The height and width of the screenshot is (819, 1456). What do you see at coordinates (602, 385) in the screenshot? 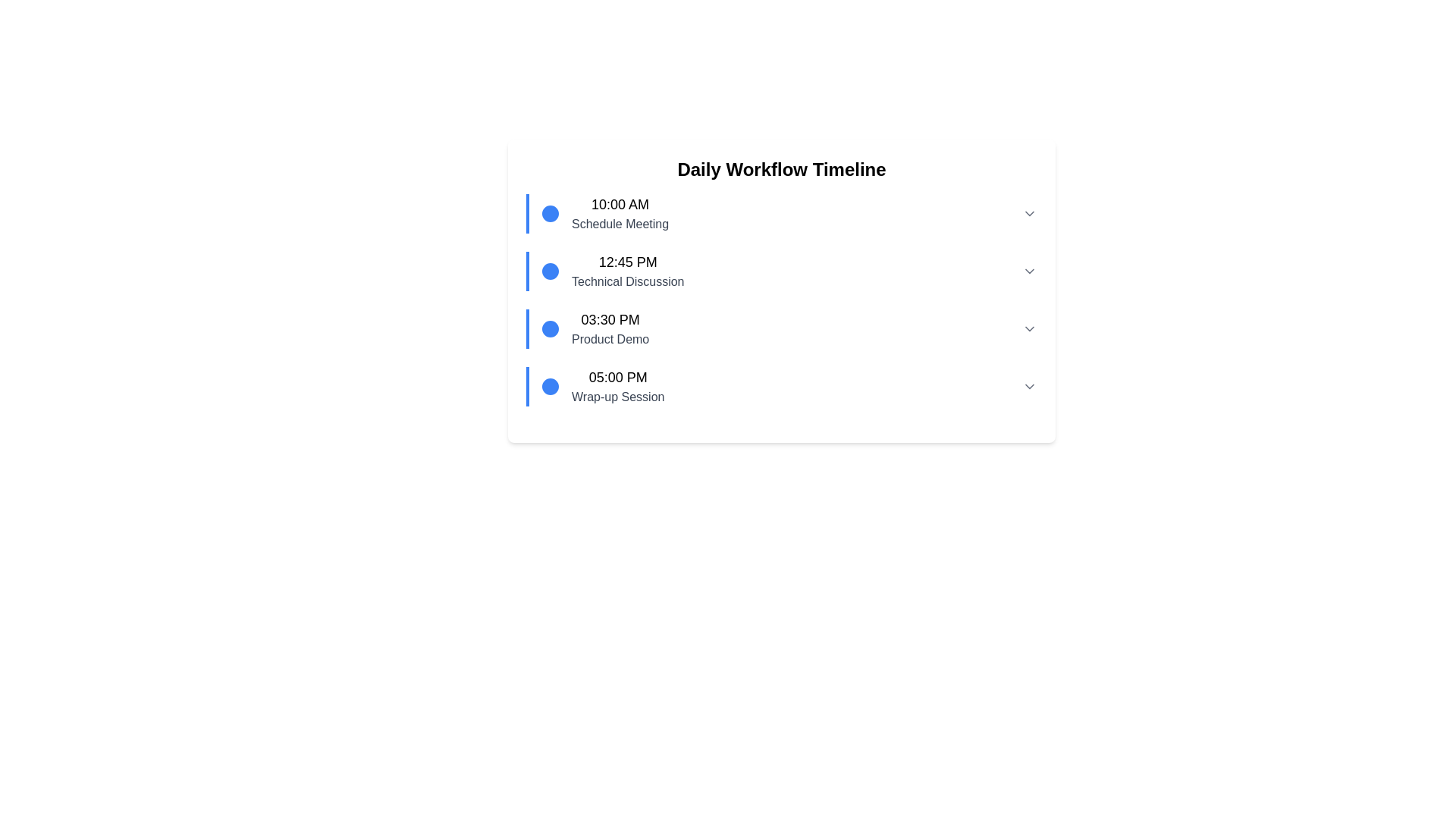
I see `details of the Timeline Event Entry labeled 'Wrap-up Session' with timestamp '05:00 PM', the fourth entry in the vertical list of timeline events` at bounding box center [602, 385].